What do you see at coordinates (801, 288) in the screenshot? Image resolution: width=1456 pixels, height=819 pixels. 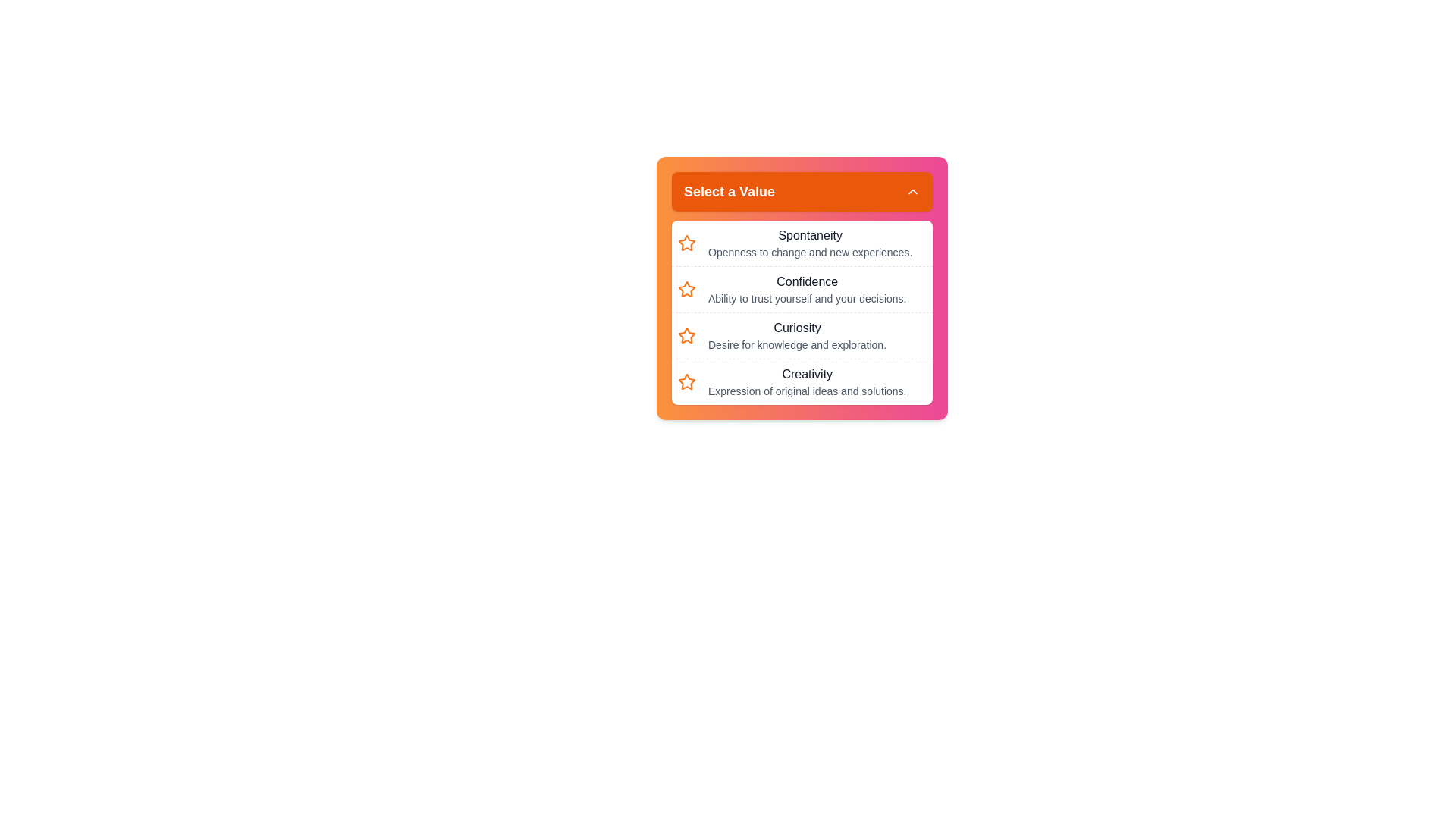 I see `the second option in the selectable list, labeled 'Confidence'` at bounding box center [801, 288].